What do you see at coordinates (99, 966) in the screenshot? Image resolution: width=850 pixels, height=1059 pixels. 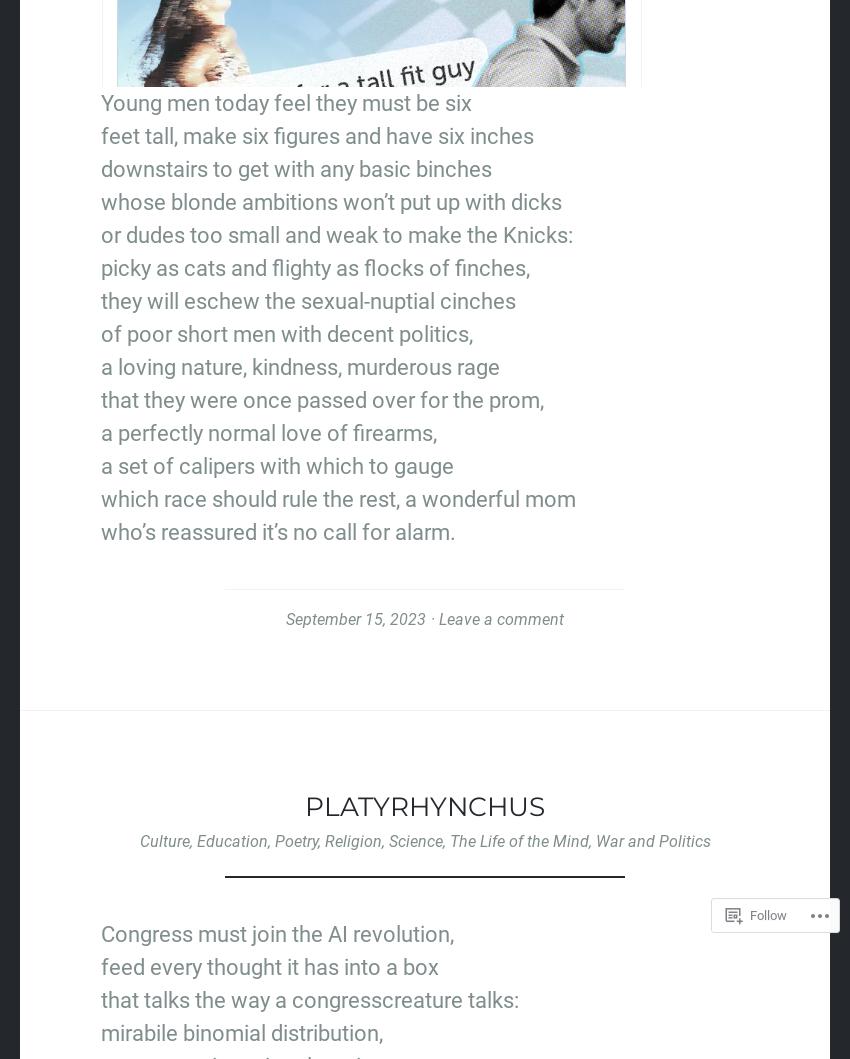 I see `'feed every thought it has into a box'` at bounding box center [99, 966].